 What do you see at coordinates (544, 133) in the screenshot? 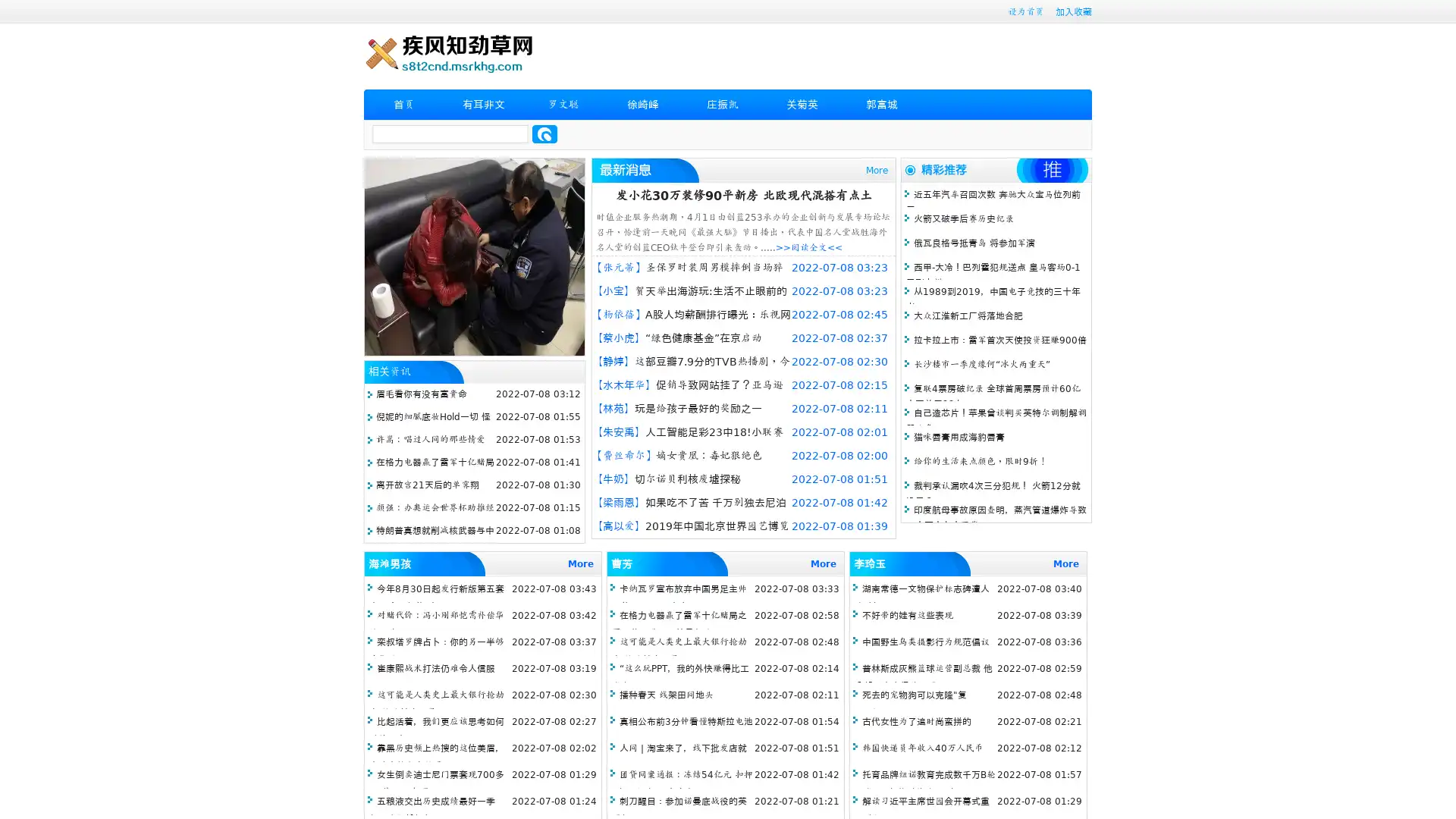
I see `Search` at bounding box center [544, 133].